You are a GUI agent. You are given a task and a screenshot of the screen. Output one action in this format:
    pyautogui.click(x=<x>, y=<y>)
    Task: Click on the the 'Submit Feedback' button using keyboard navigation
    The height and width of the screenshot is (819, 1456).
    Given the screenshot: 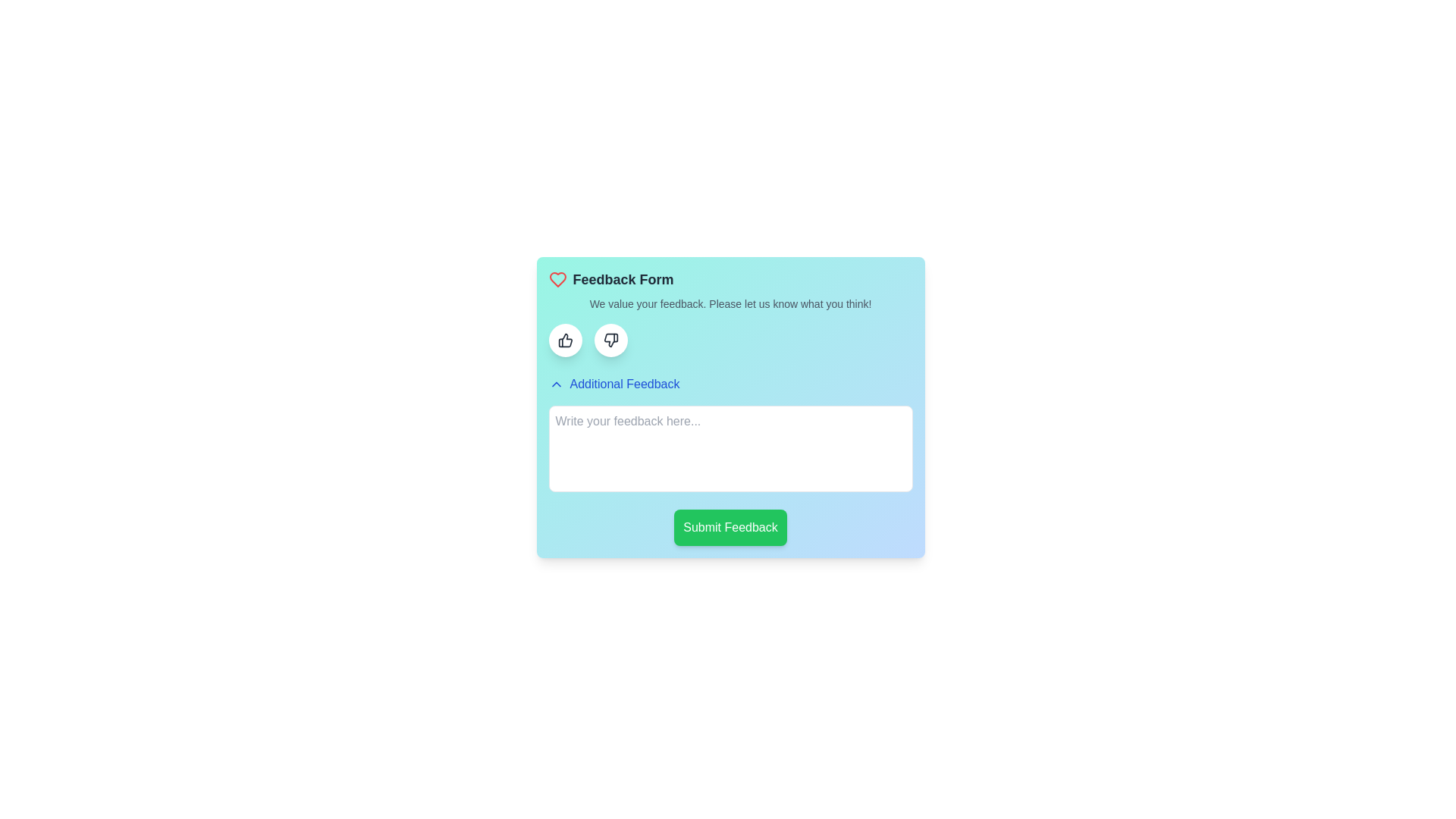 What is the action you would take?
    pyautogui.click(x=730, y=526)
    